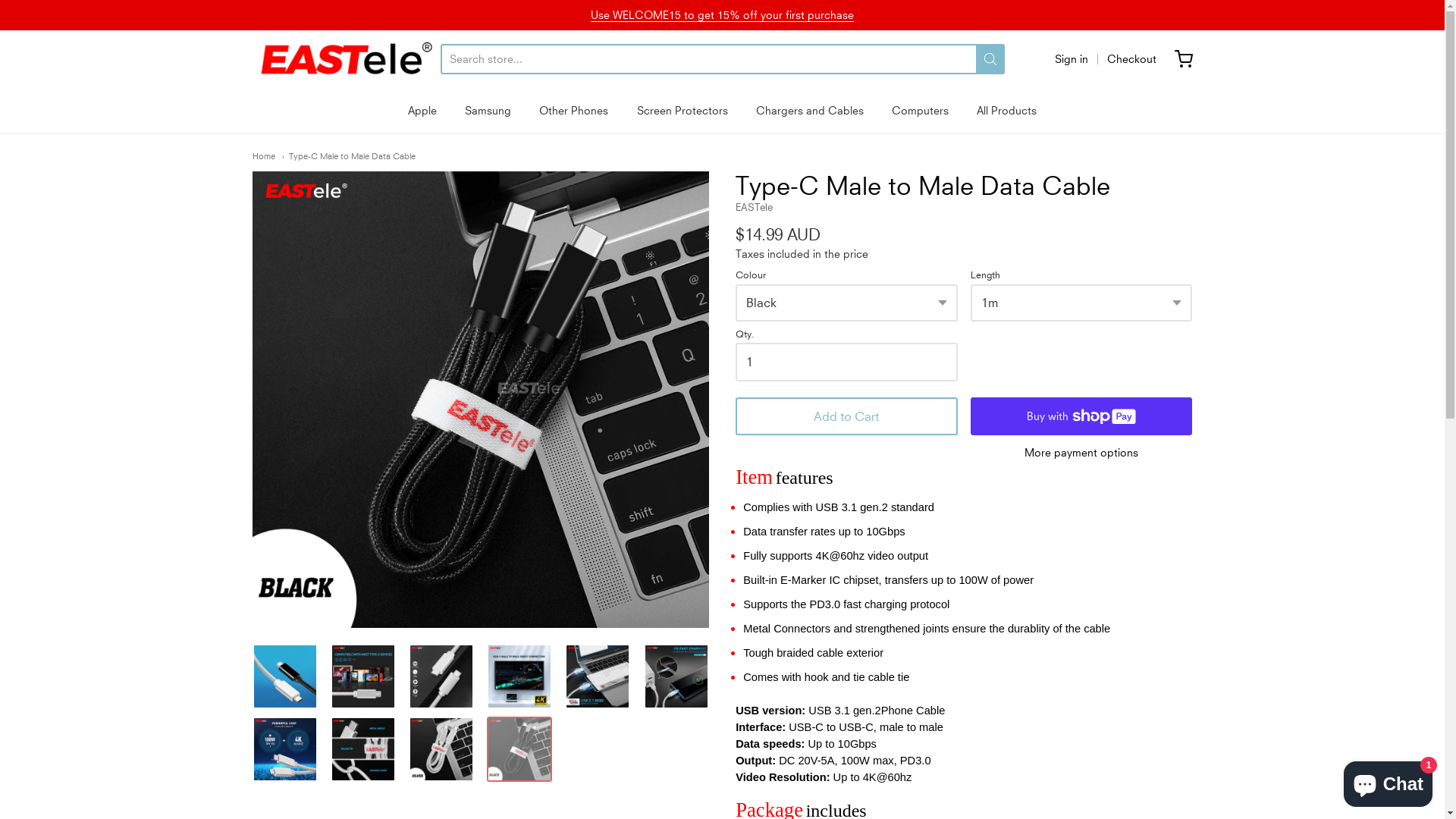 The width and height of the screenshot is (1456, 819). Describe the element at coordinates (682, 110) in the screenshot. I see `'Screen Protectors'` at that location.